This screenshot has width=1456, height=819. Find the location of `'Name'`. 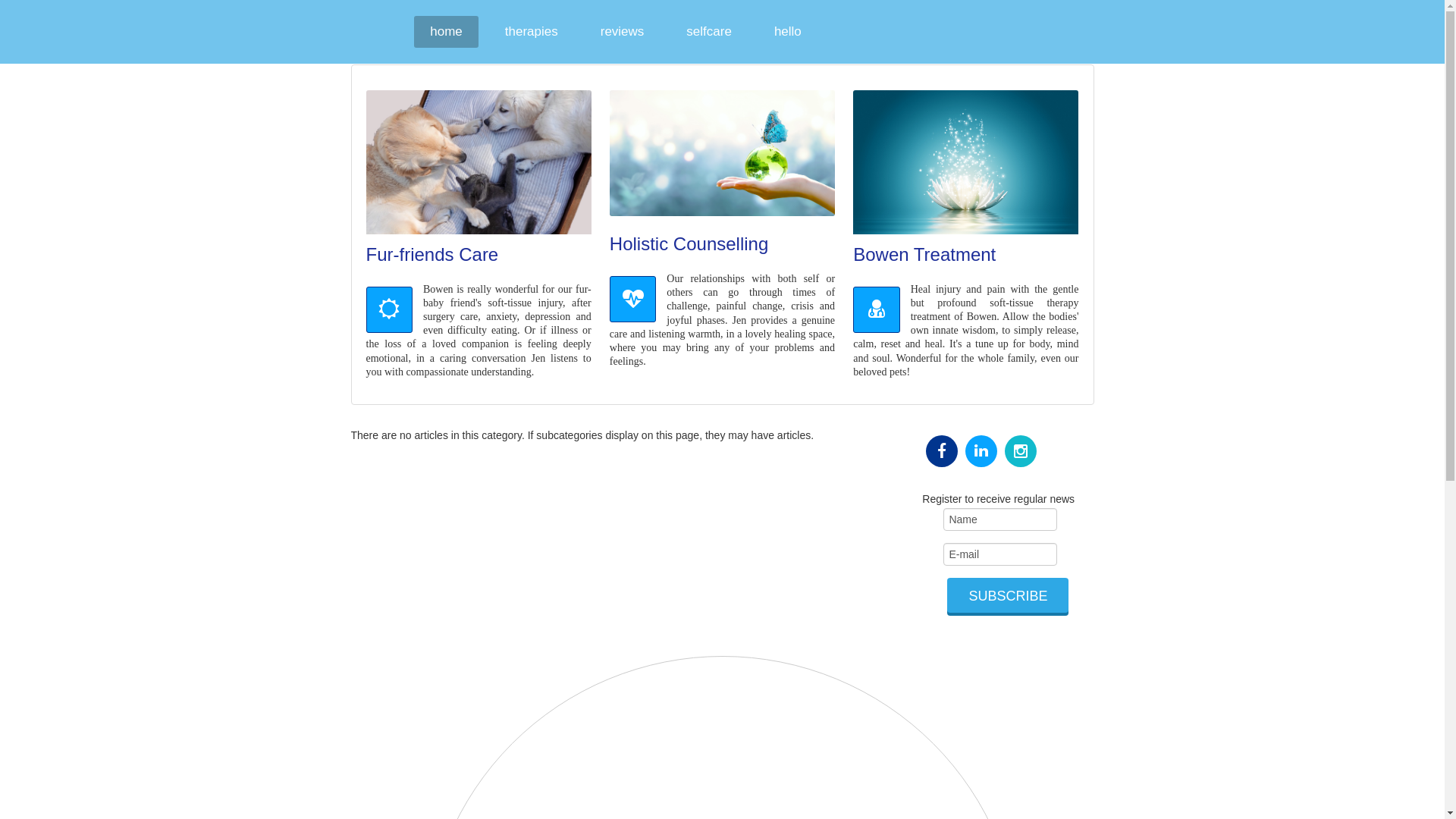

'Name' is located at coordinates (1000, 519).